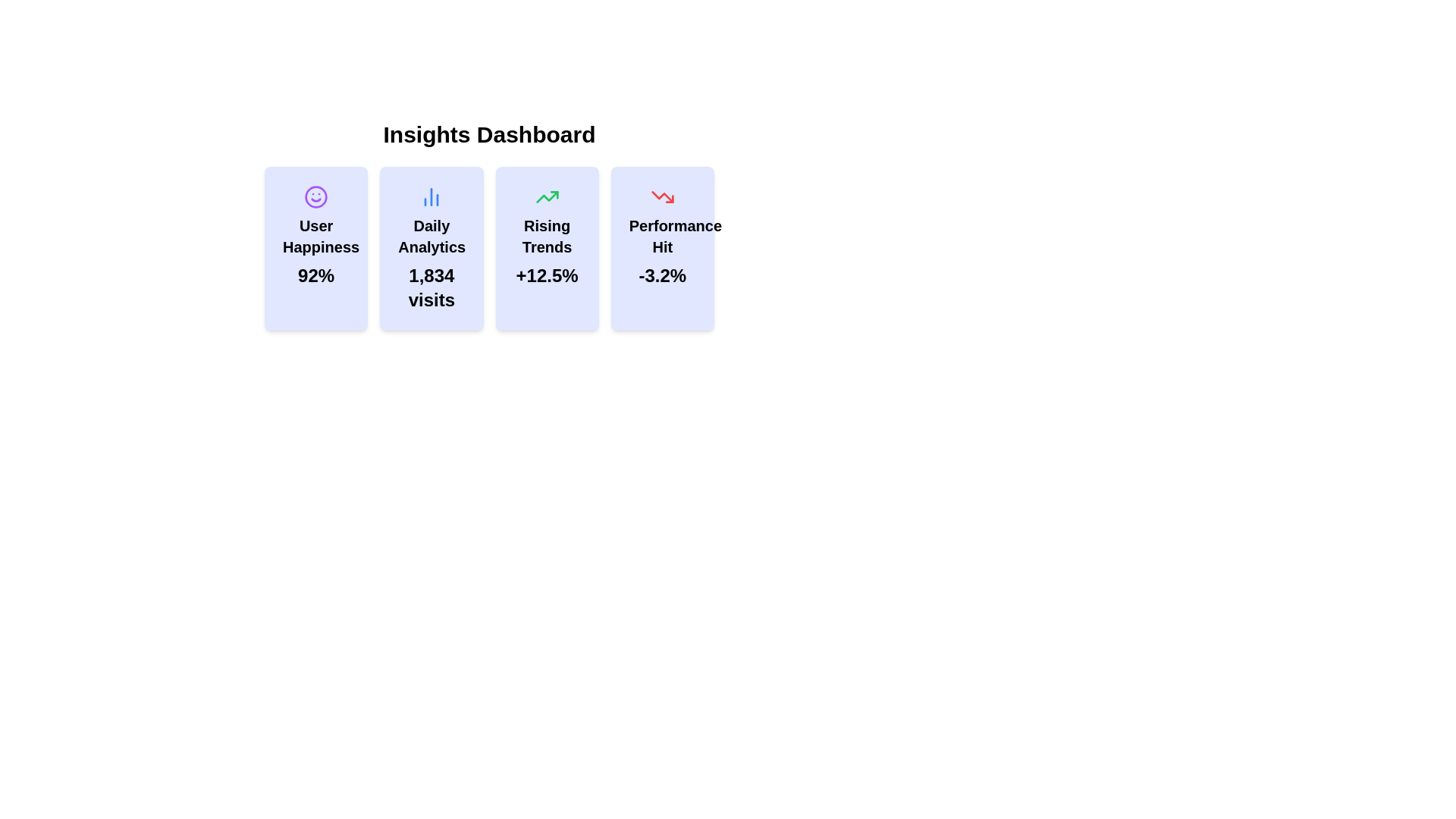 This screenshot has height=819, width=1456. Describe the element at coordinates (315, 196) in the screenshot. I see `the circular base of the decorative smiley face icon located under the 'User Happiness 92%' label` at that location.